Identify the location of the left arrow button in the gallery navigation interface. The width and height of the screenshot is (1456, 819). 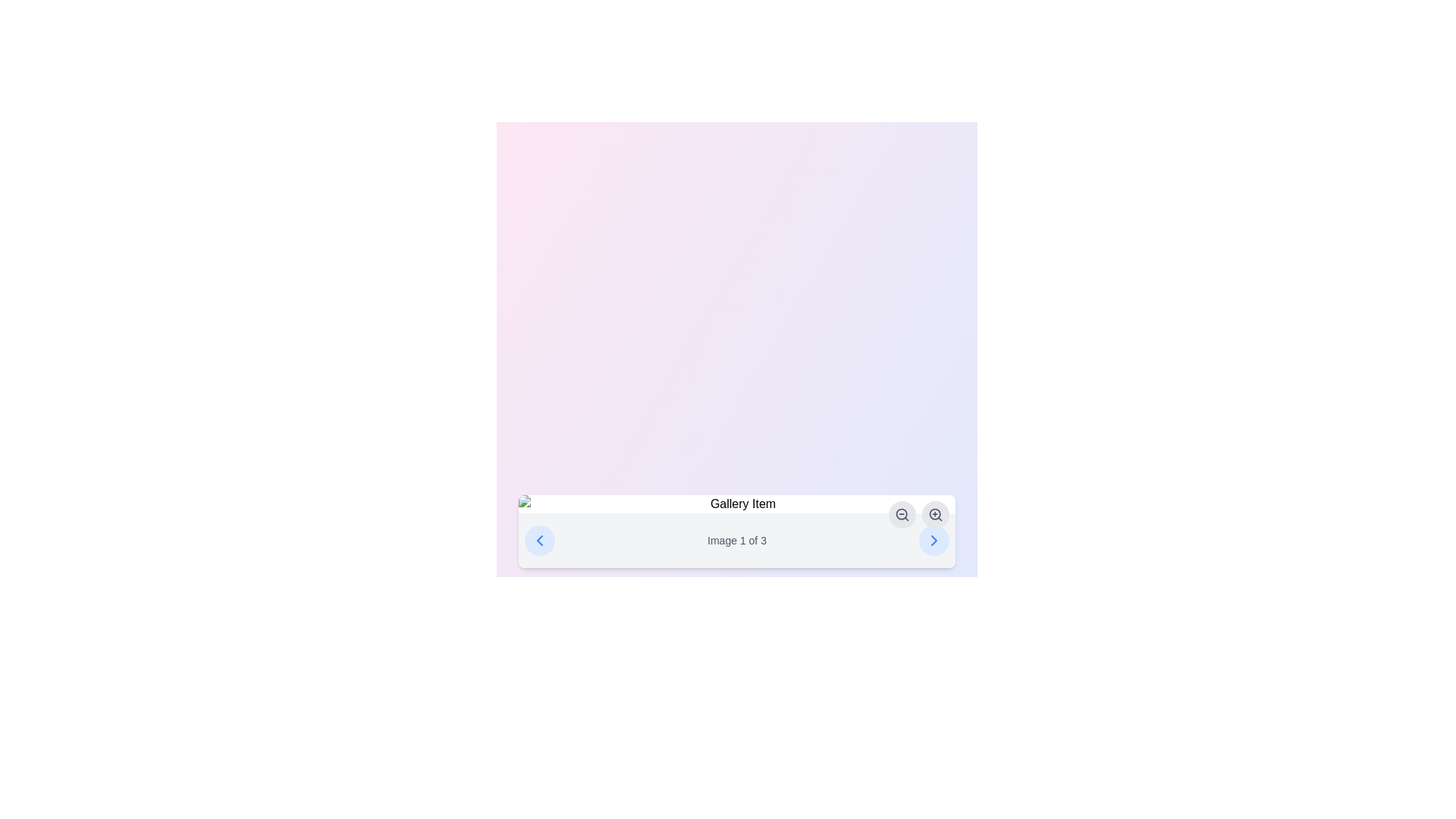
(539, 540).